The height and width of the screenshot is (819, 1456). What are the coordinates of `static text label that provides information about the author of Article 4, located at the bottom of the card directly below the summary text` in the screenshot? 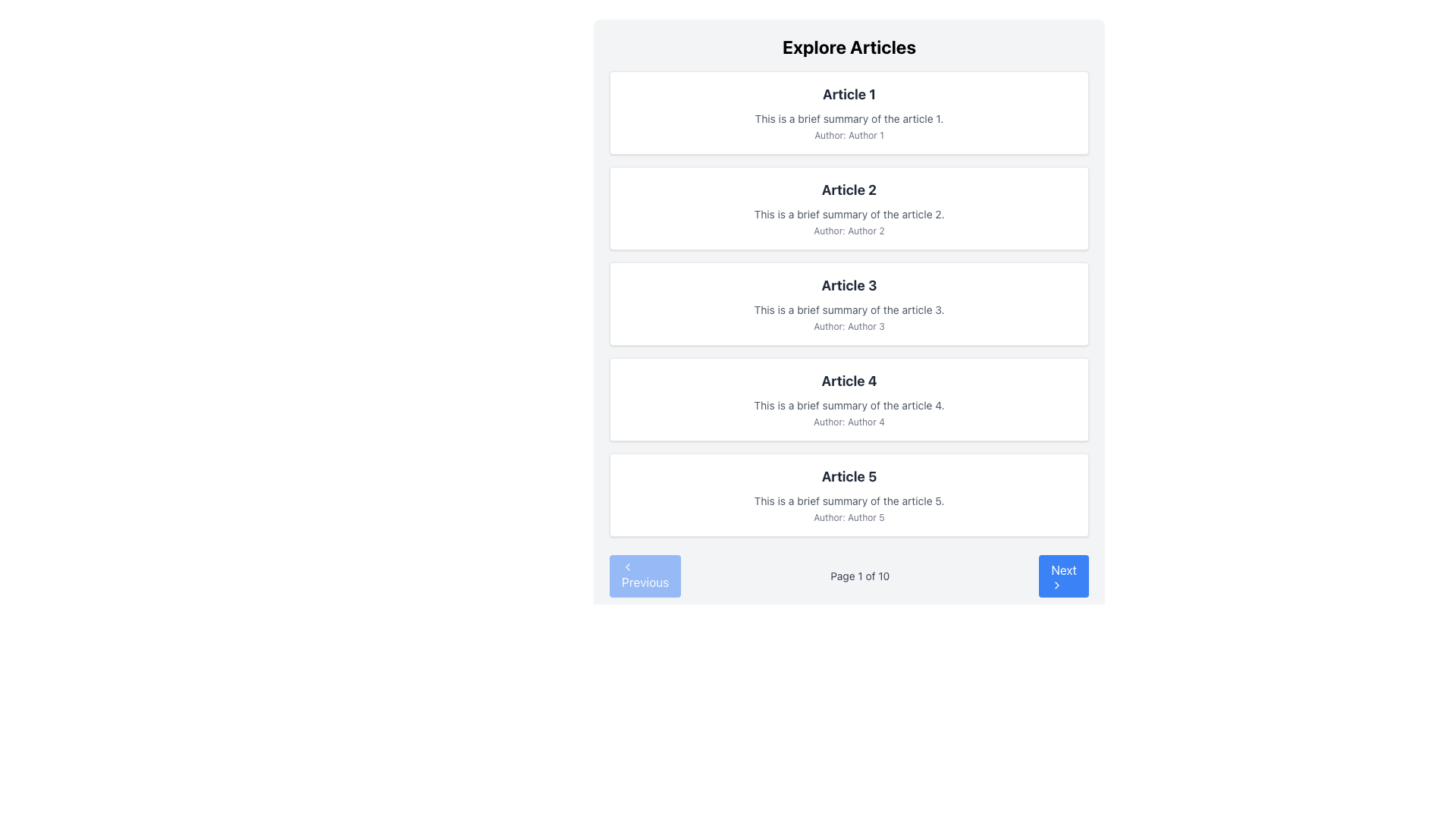 It's located at (848, 422).